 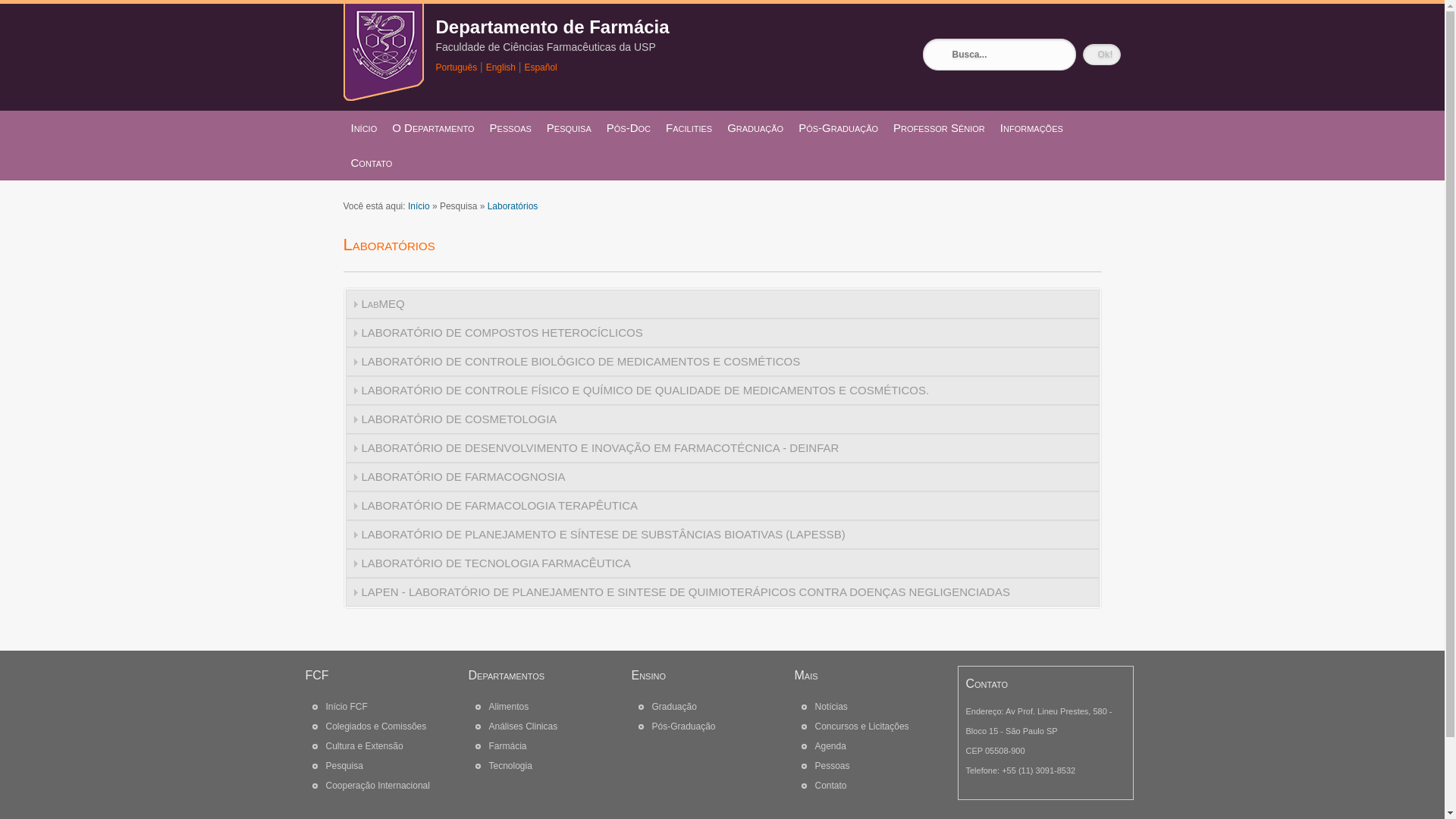 I want to click on 'LabMEQ', so click(x=722, y=304).